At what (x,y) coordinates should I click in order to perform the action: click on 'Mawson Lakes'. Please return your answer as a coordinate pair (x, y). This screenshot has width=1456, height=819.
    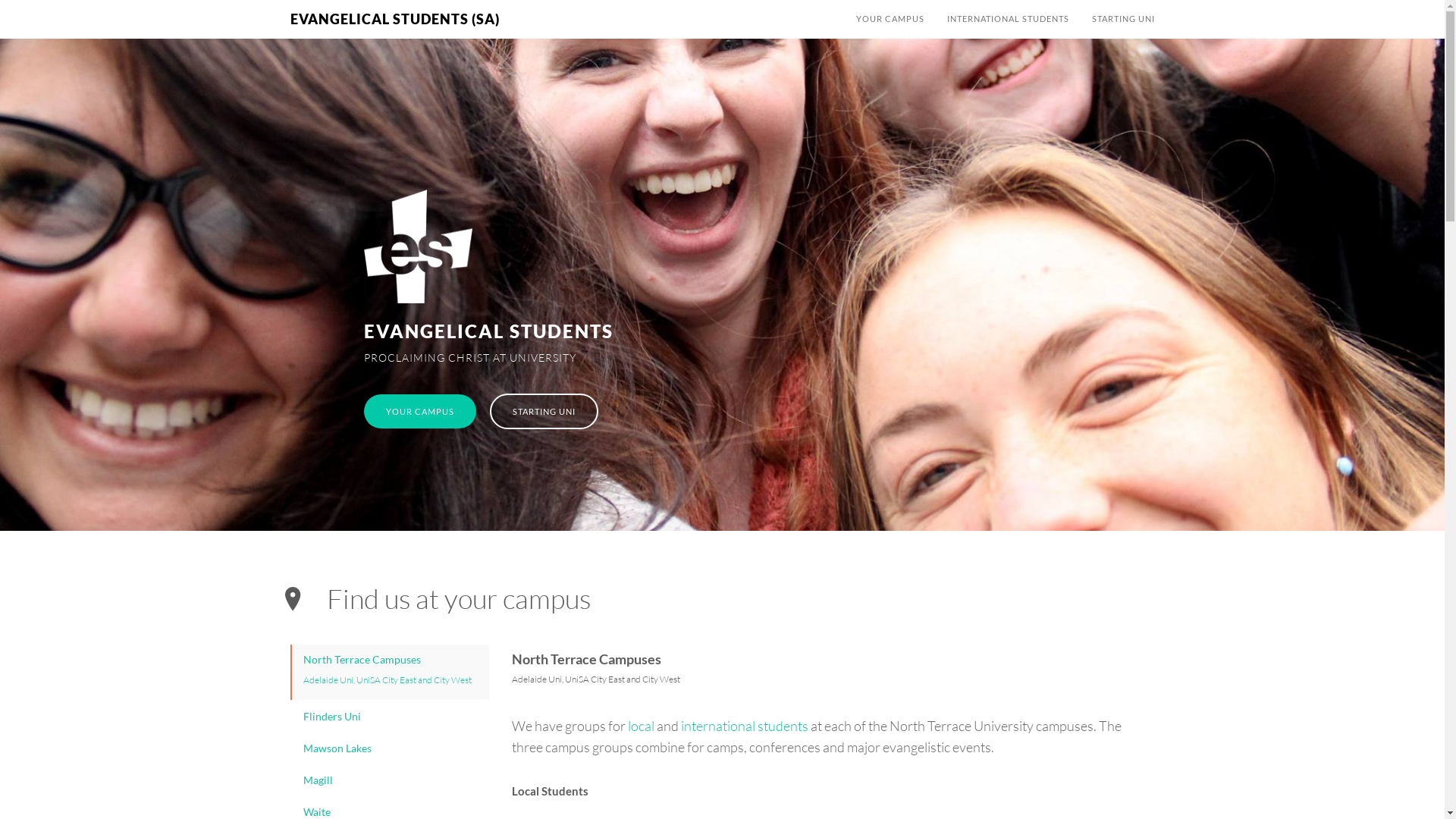
    Looking at the image, I should click on (291, 748).